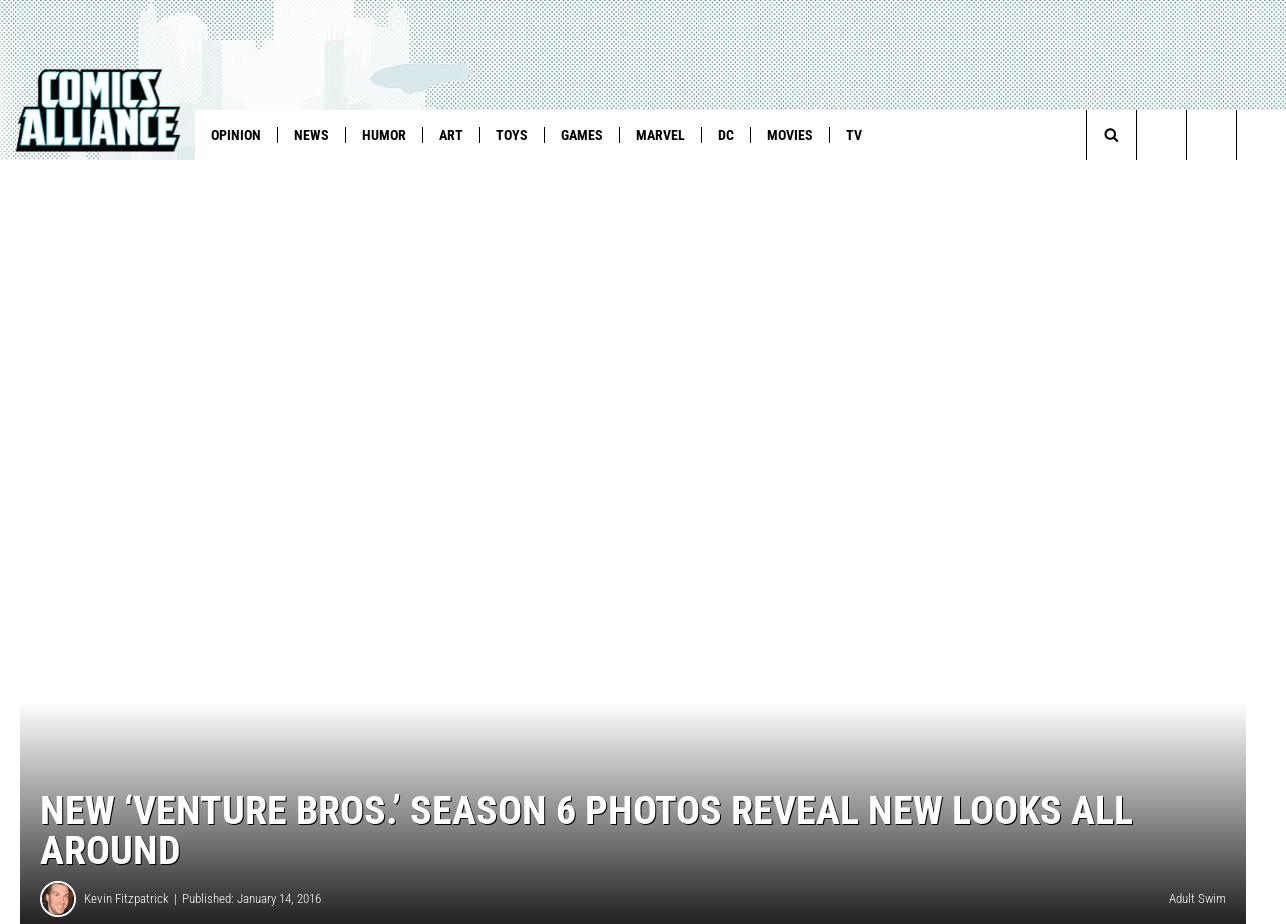 The height and width of the screenshot is (924, 1286). I want to click on 'Humor', so click(381, 134).